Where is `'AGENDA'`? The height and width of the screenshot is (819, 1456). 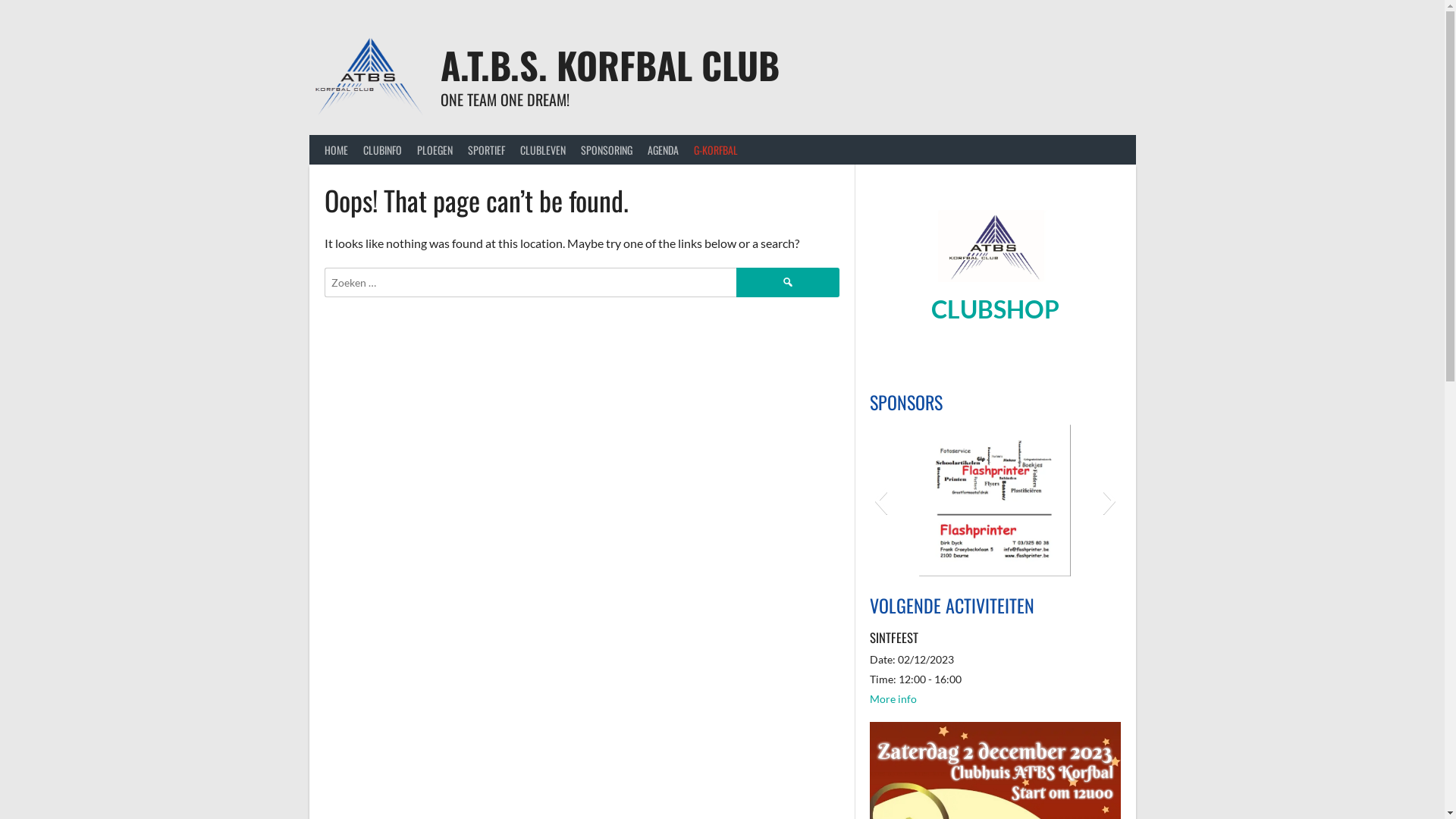
'AGENDA' is located at coordinates (663, 149).